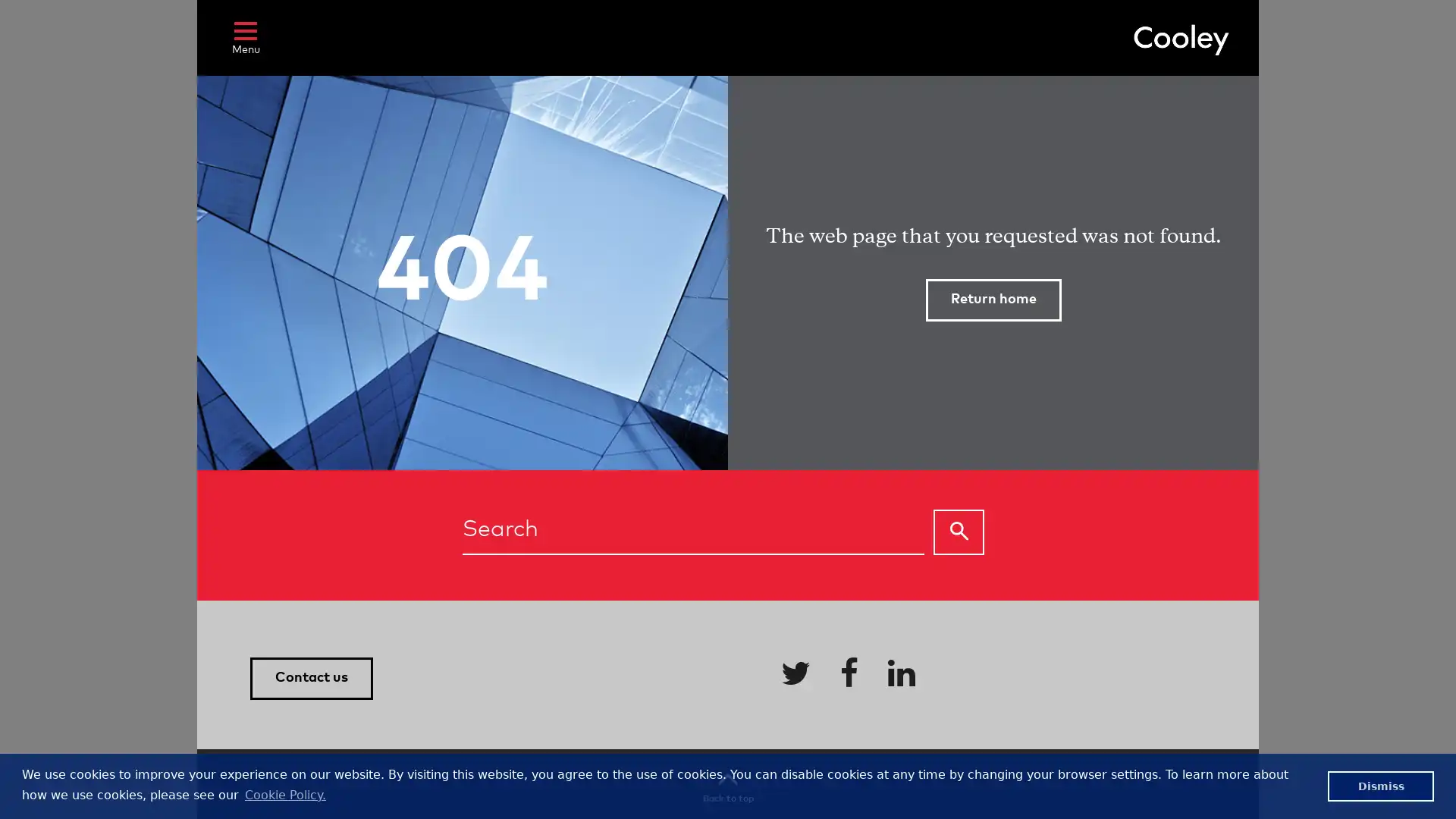 Image resolution: width=1456 pixels, height=819 pixels. Describe the element at coordinates (284, 794) in the screenshot. I see `learn more about cookies` at that location.